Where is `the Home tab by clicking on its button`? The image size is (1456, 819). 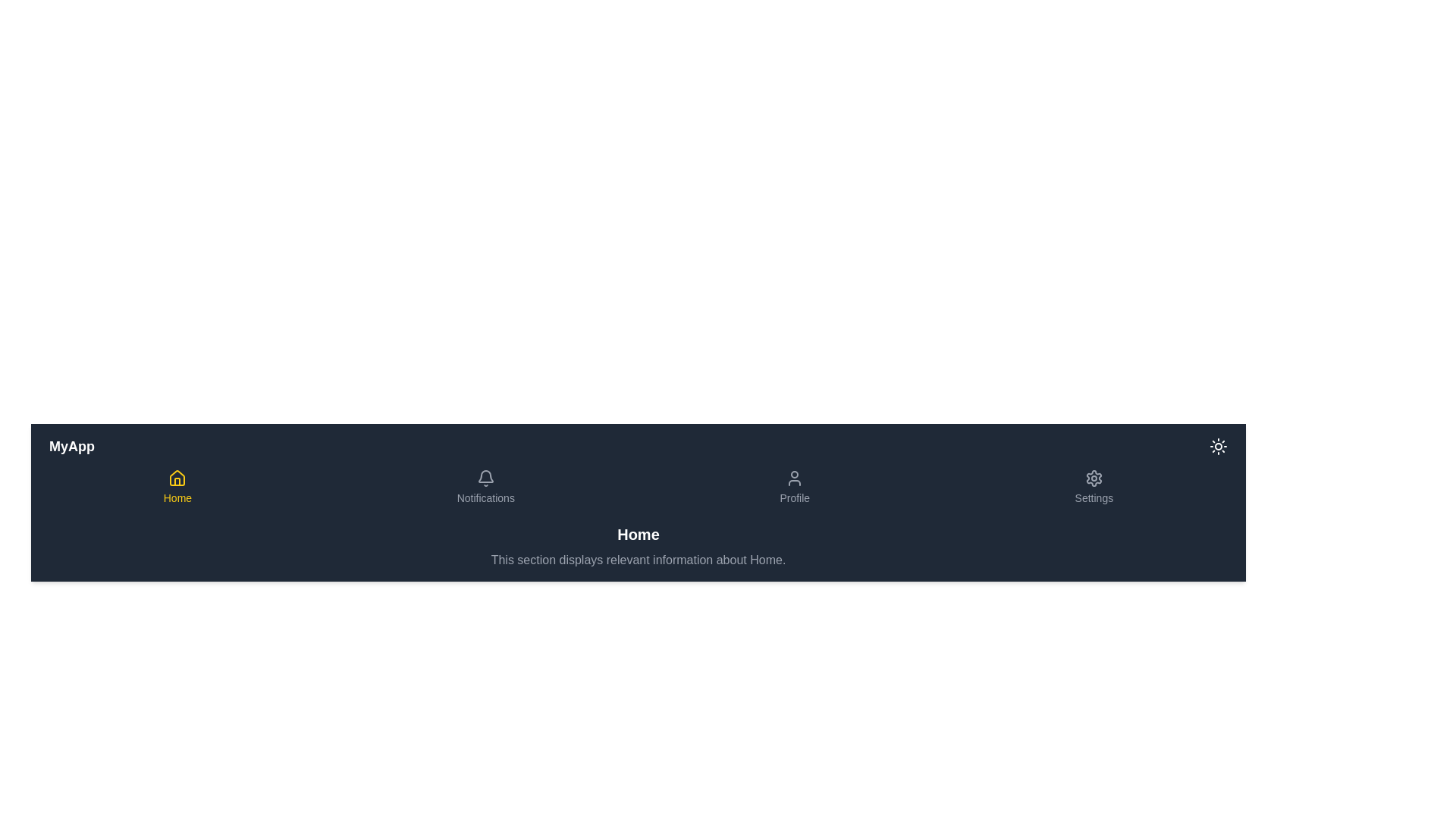
the Home tab by clicking on its button is located at coordinates (177, 488).